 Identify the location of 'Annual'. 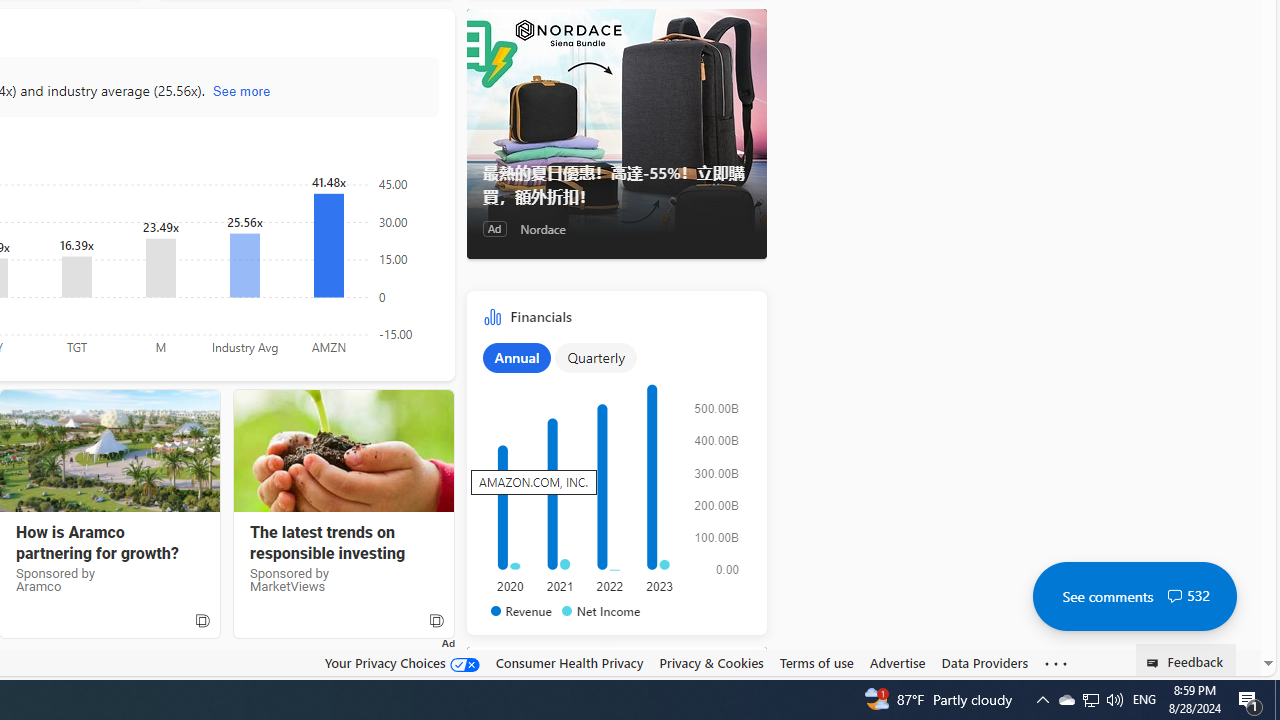
(517, 356).